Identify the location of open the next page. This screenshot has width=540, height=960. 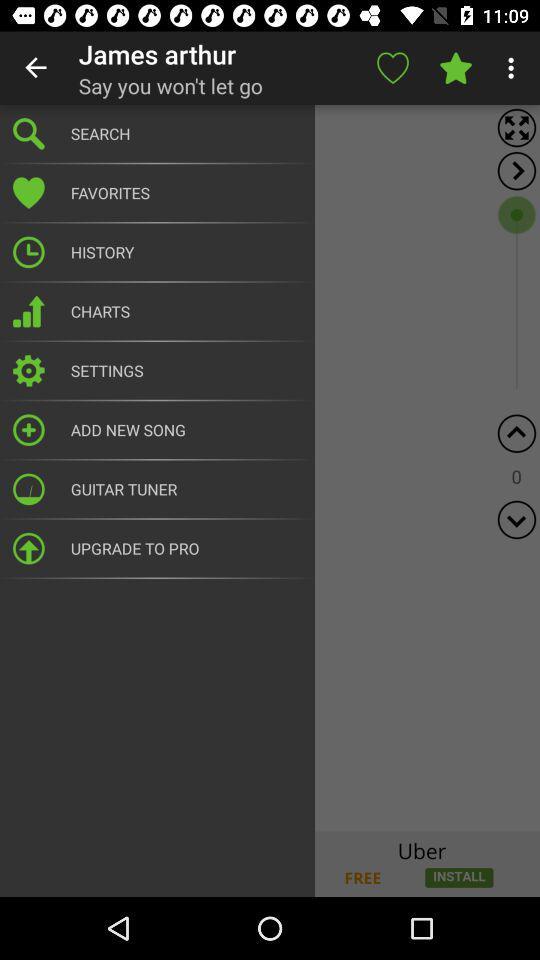
(516, 170).